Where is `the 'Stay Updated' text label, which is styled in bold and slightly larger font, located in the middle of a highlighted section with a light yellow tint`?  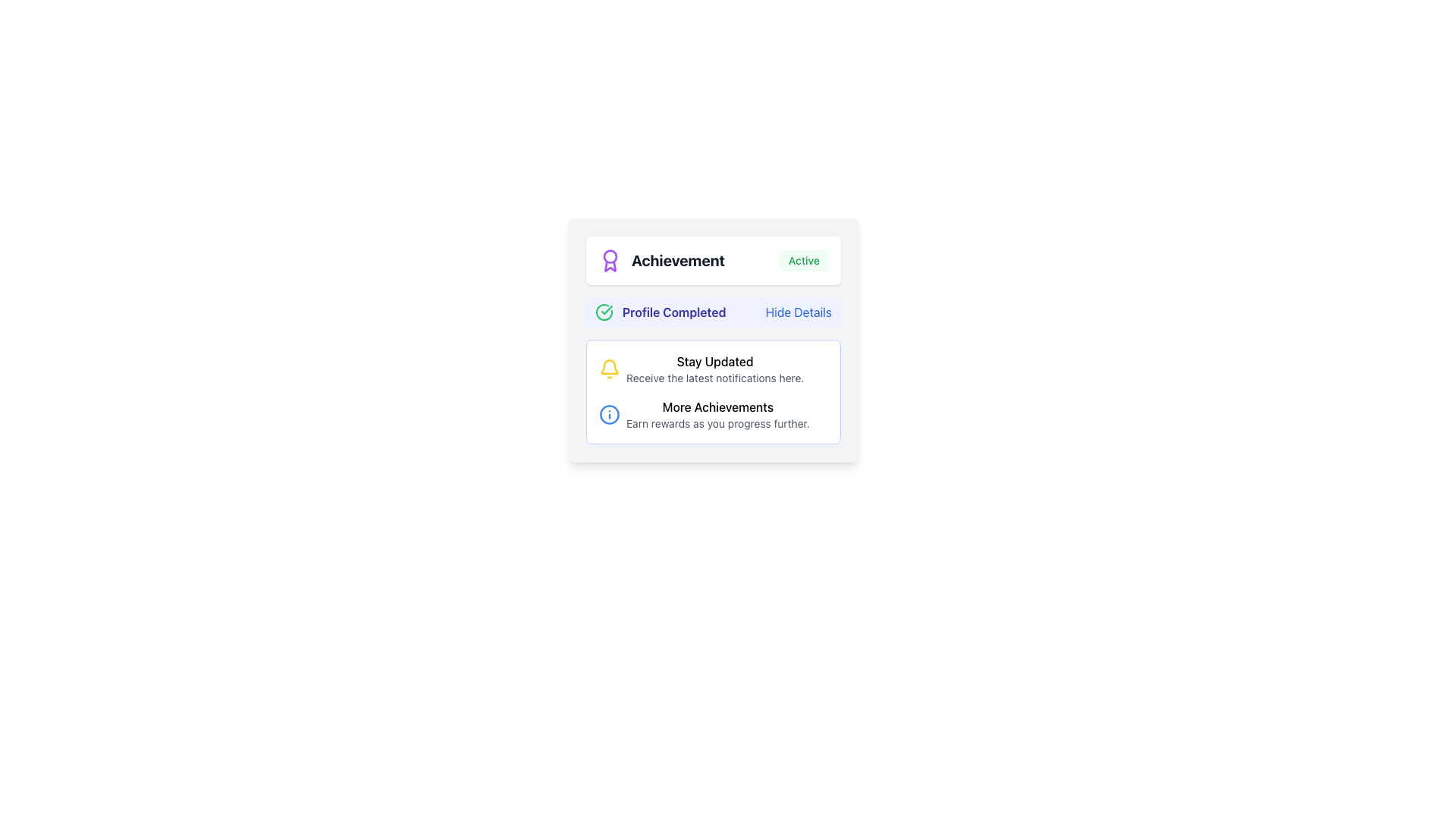 the 'Stay Updated' text label, which is styled in bold and slightly larger font, located in the middle of a highlighted section with a light yellow tint is located at coordinates (714, 362).